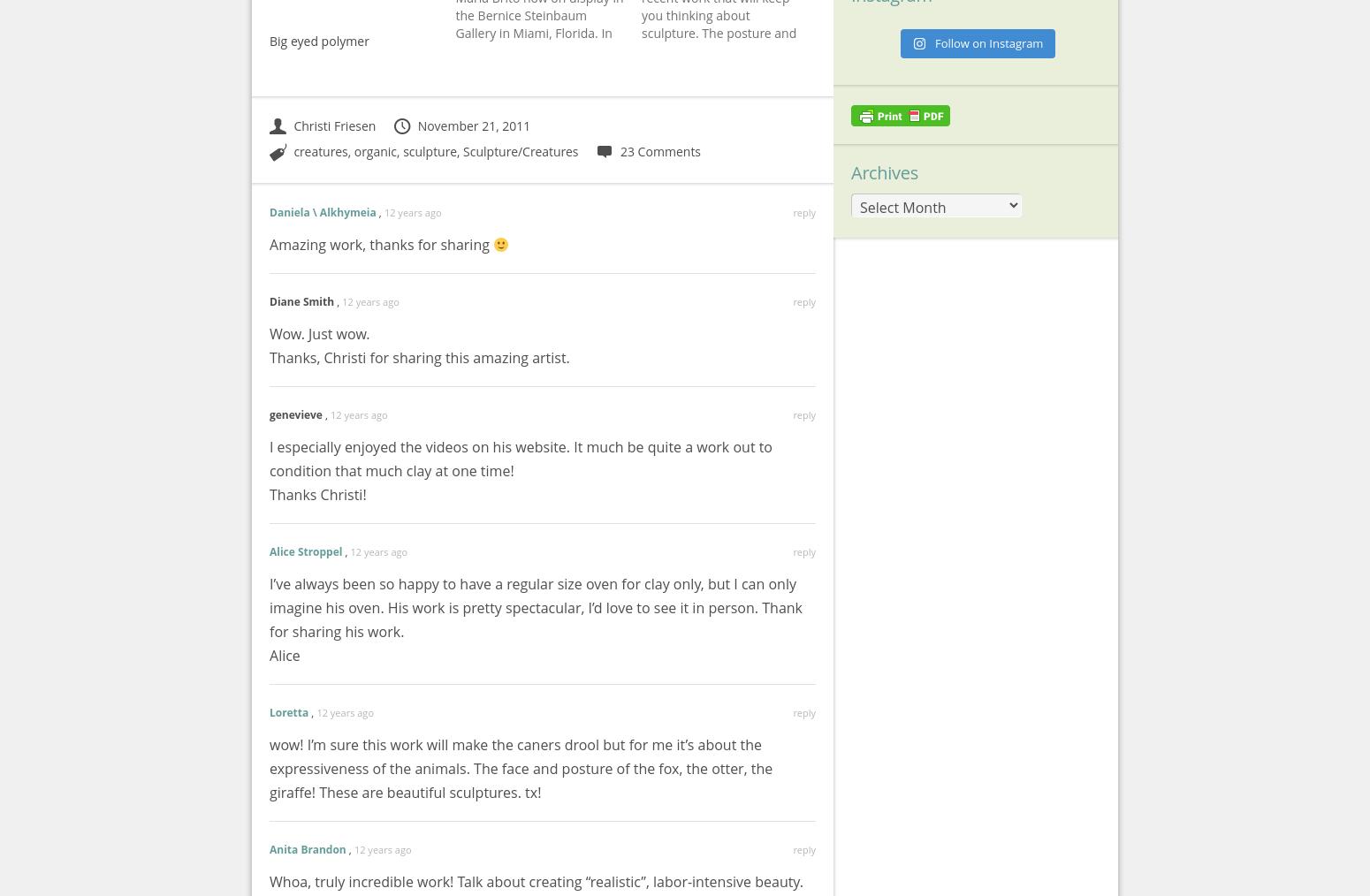 This screenshot has width=1370, height=896. Describe the element at coordinates (322, 211) in the screenshot. I see `'Daniela \ Alkhymeia'` at that location.